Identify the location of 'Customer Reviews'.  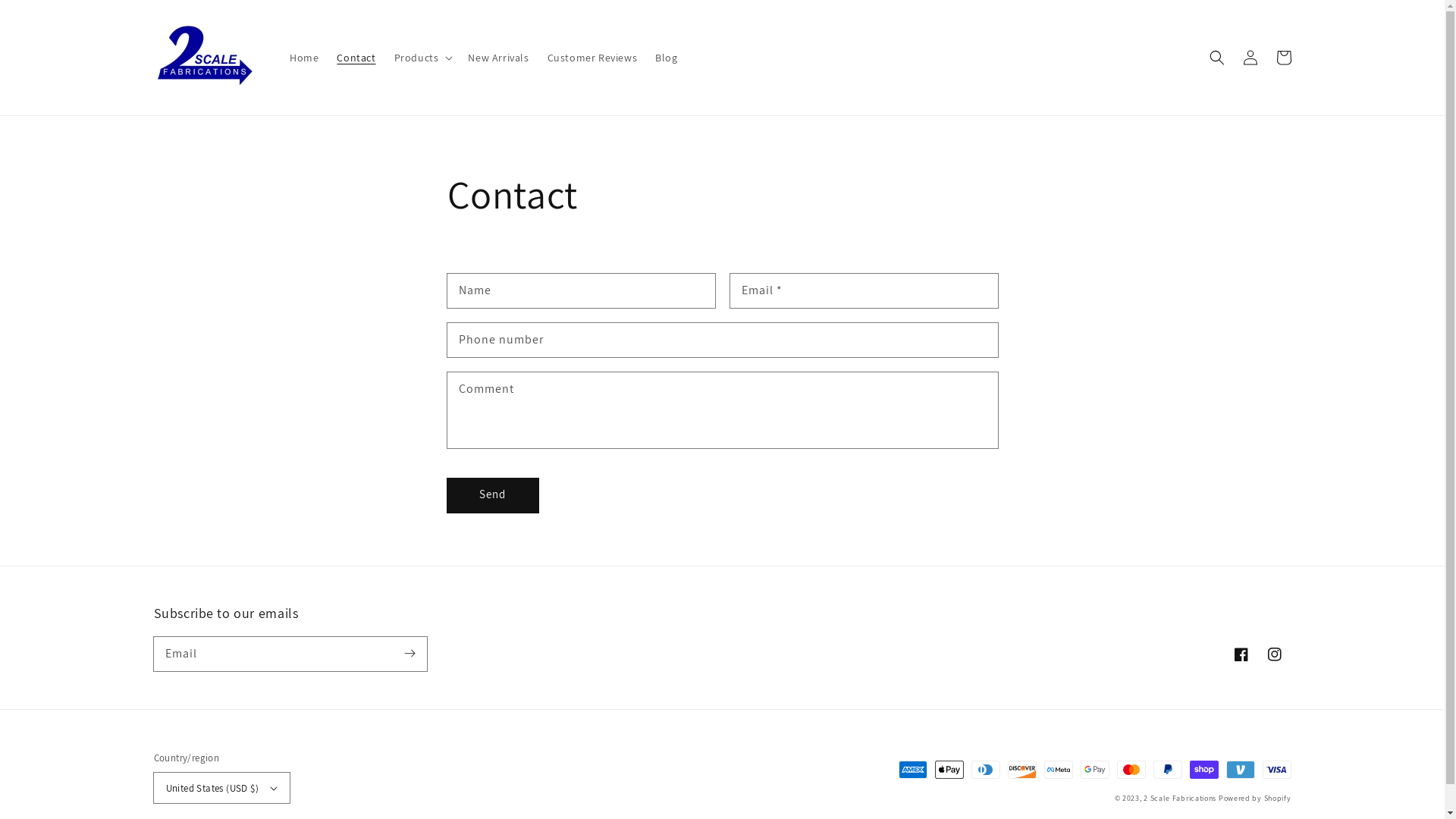
(591, 57).